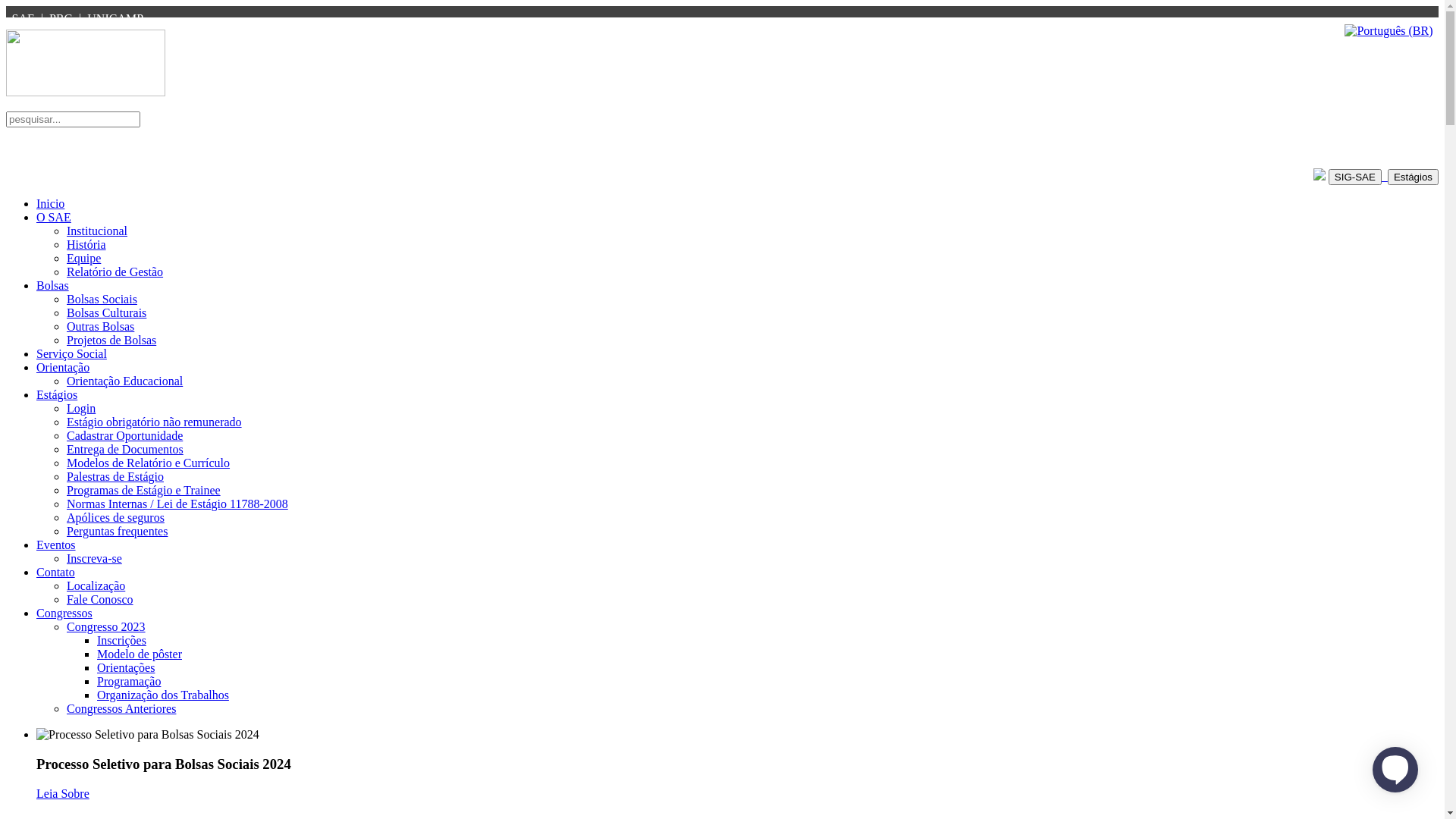  Describe the element at coordinates (36, 217) in the screenshot. I see `'O SAE'` at that location.